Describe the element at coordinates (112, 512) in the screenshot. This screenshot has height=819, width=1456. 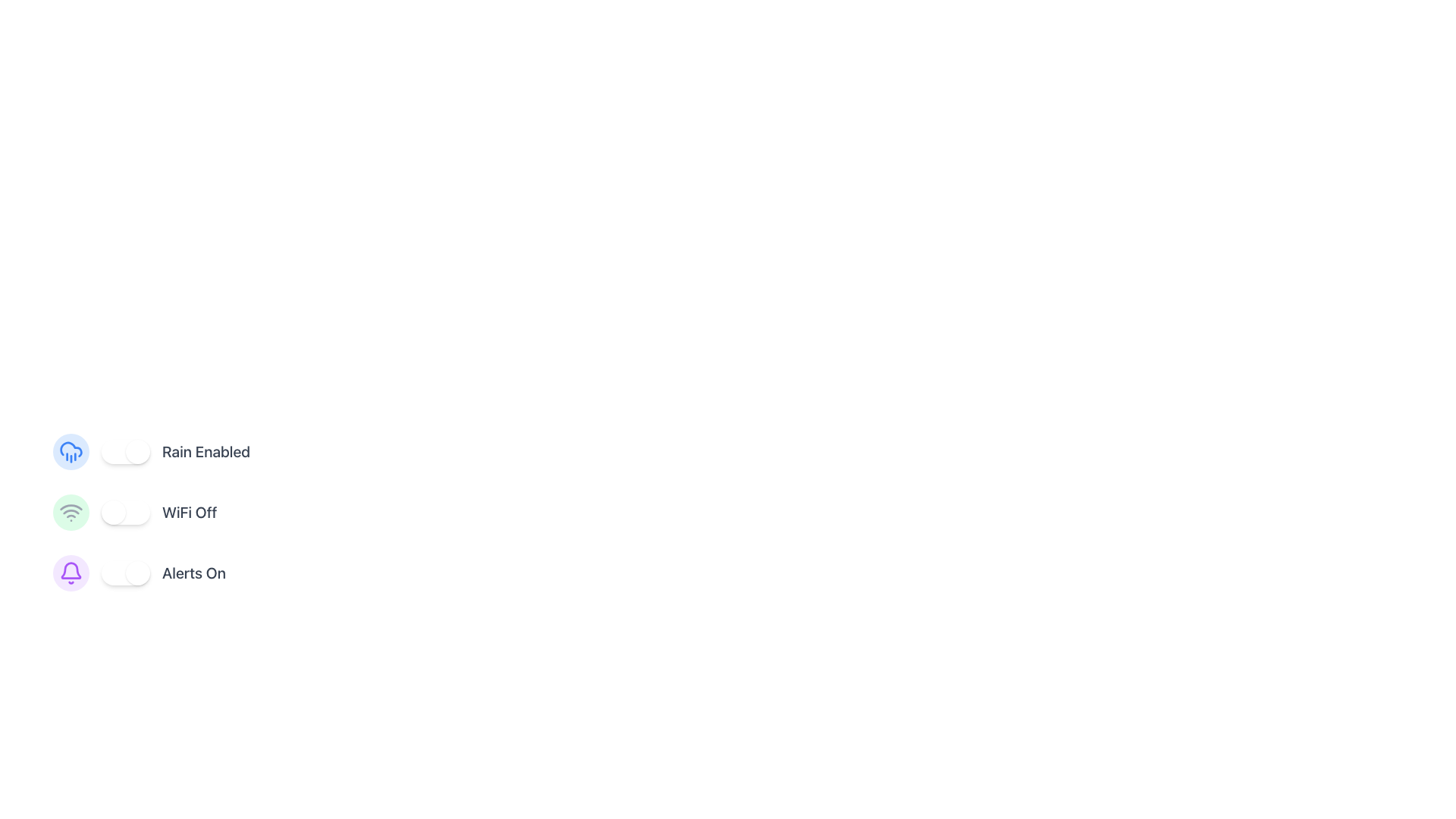
I see `the small circular toggle handle inside the 'WiFi Off' toggle switch` at that location.